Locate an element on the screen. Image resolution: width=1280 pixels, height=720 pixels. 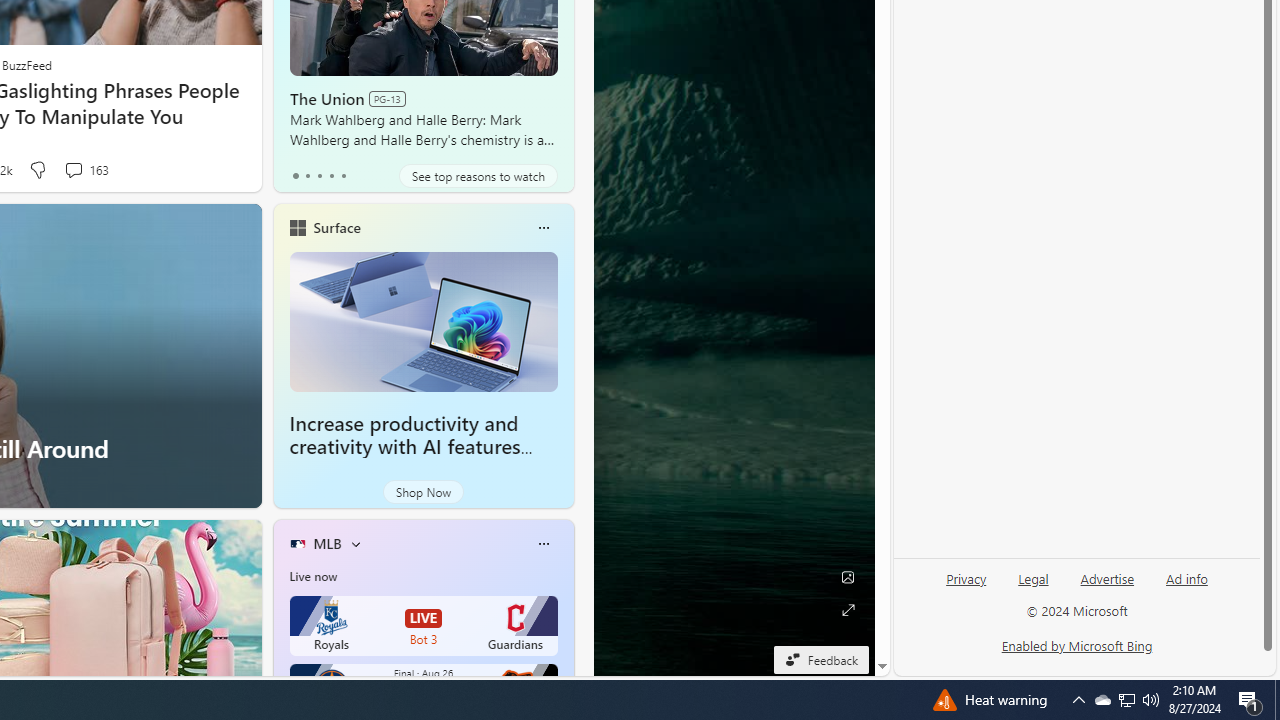
'View comments 163 Comment' is located at coordinates (84, 169).